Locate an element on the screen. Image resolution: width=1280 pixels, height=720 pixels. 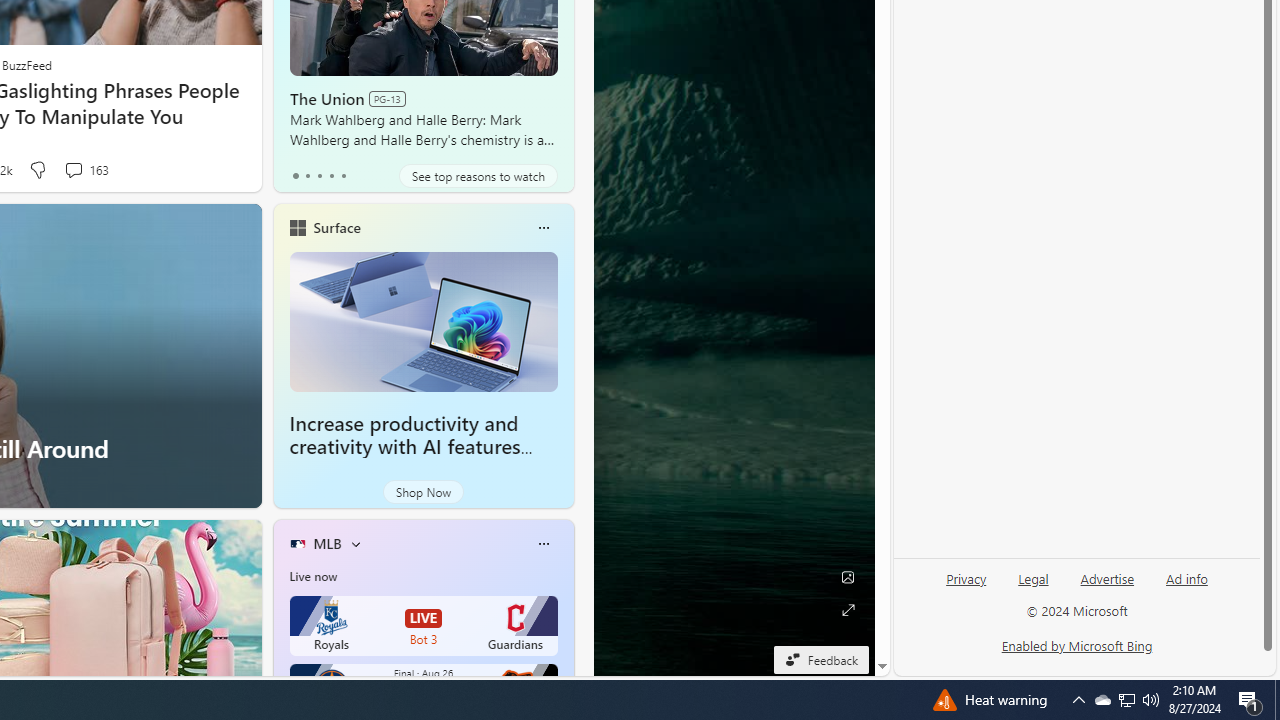
'View comments 163 Comment' is located at coordinates (84, 169).